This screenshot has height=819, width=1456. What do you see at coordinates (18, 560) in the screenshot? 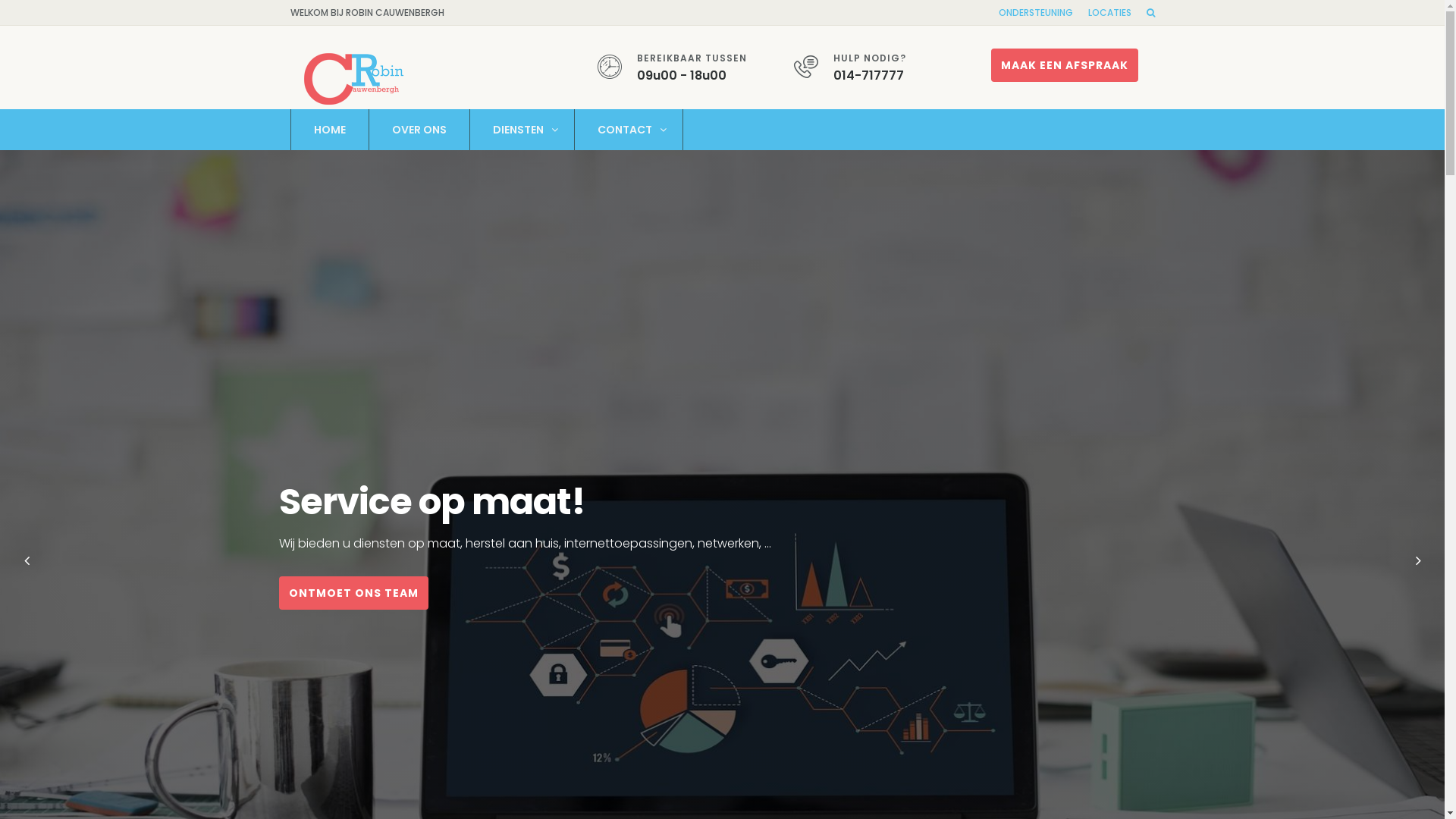
I see `'Previous'` at bounding box center [18, 560].